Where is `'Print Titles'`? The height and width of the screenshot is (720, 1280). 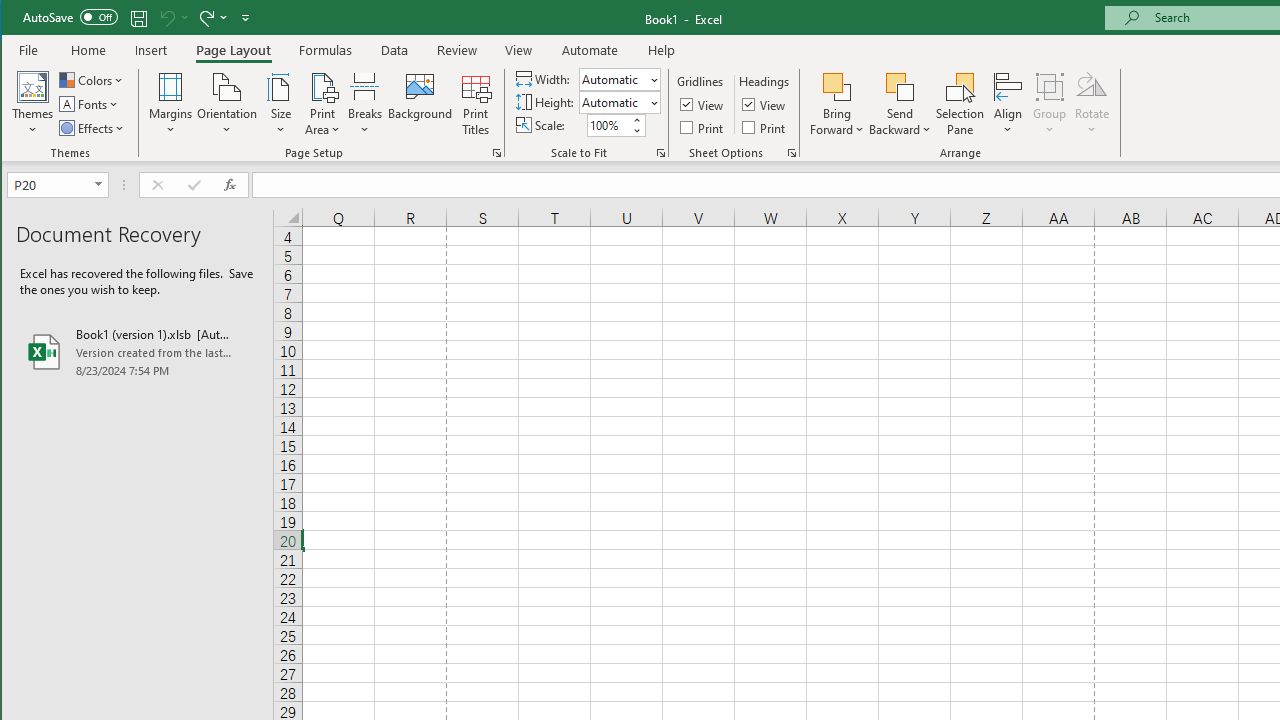
'Print Titles' is located at coordinates (474, 104).